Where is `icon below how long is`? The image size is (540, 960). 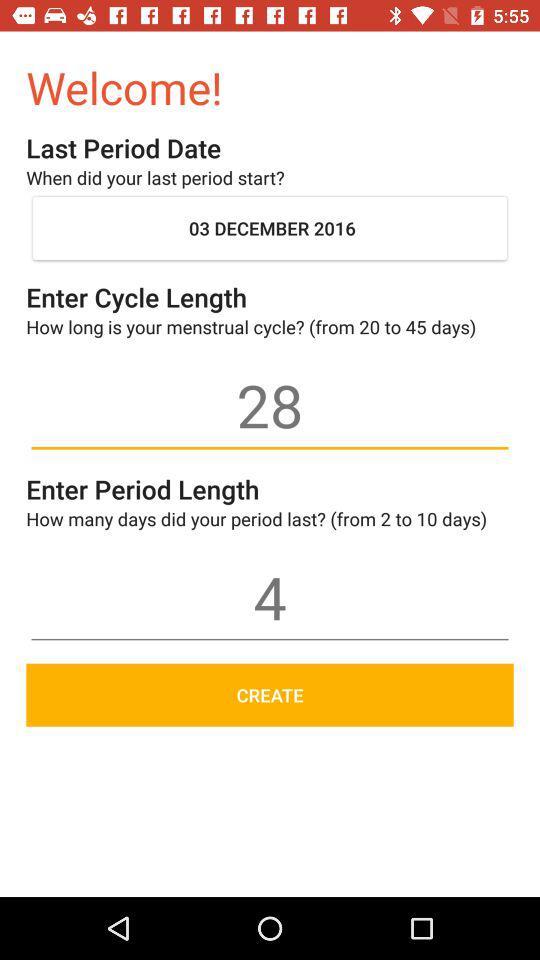 icon below how long is is located at coordinates (270, 404).